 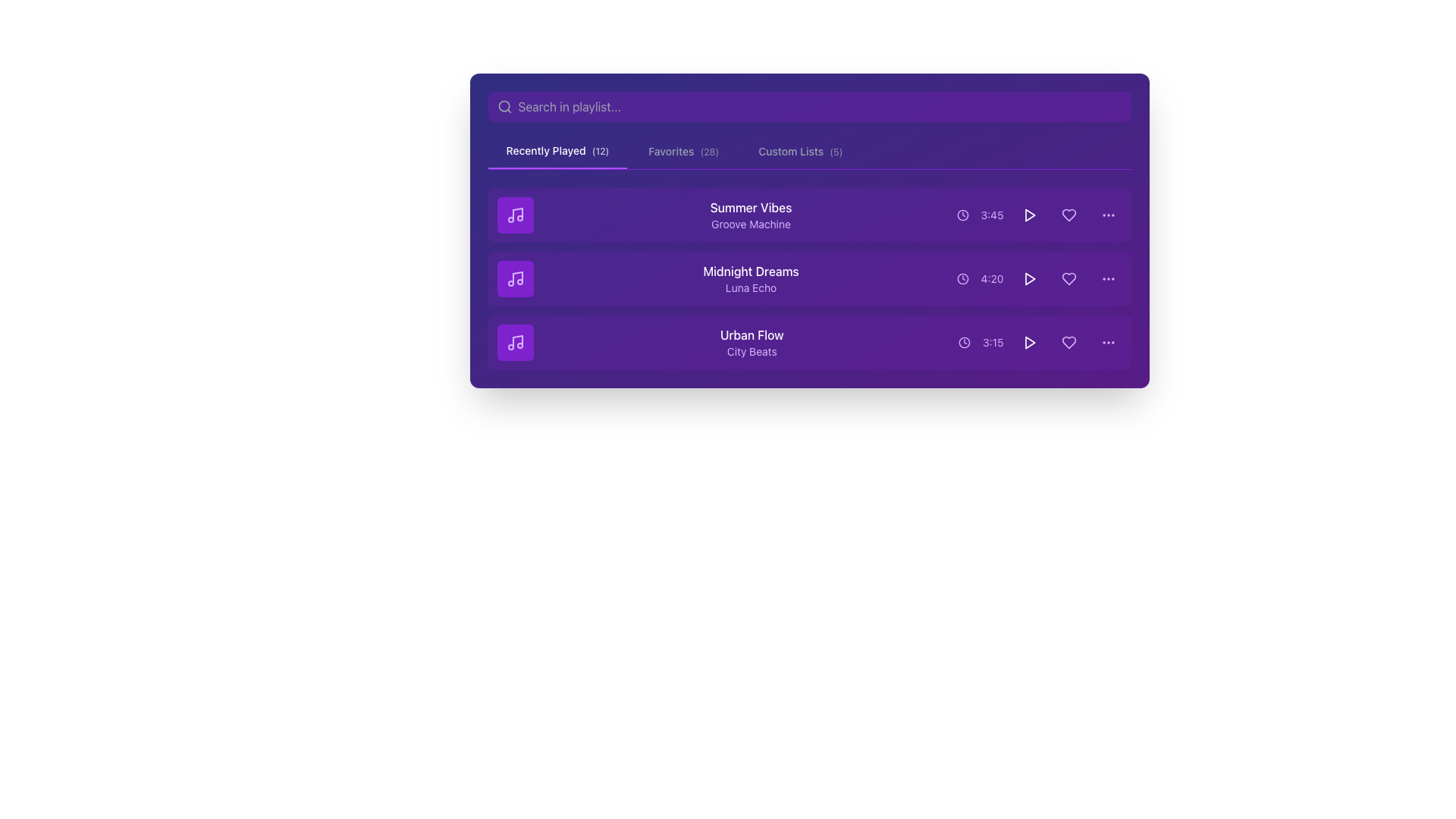 What do you see at coordinates (751, 224) in the screenshot?
I see `subtitle text that is positioned directly below the main title 'Summer Vibes', providing additional context about the item` at bounding box center [751, 224].